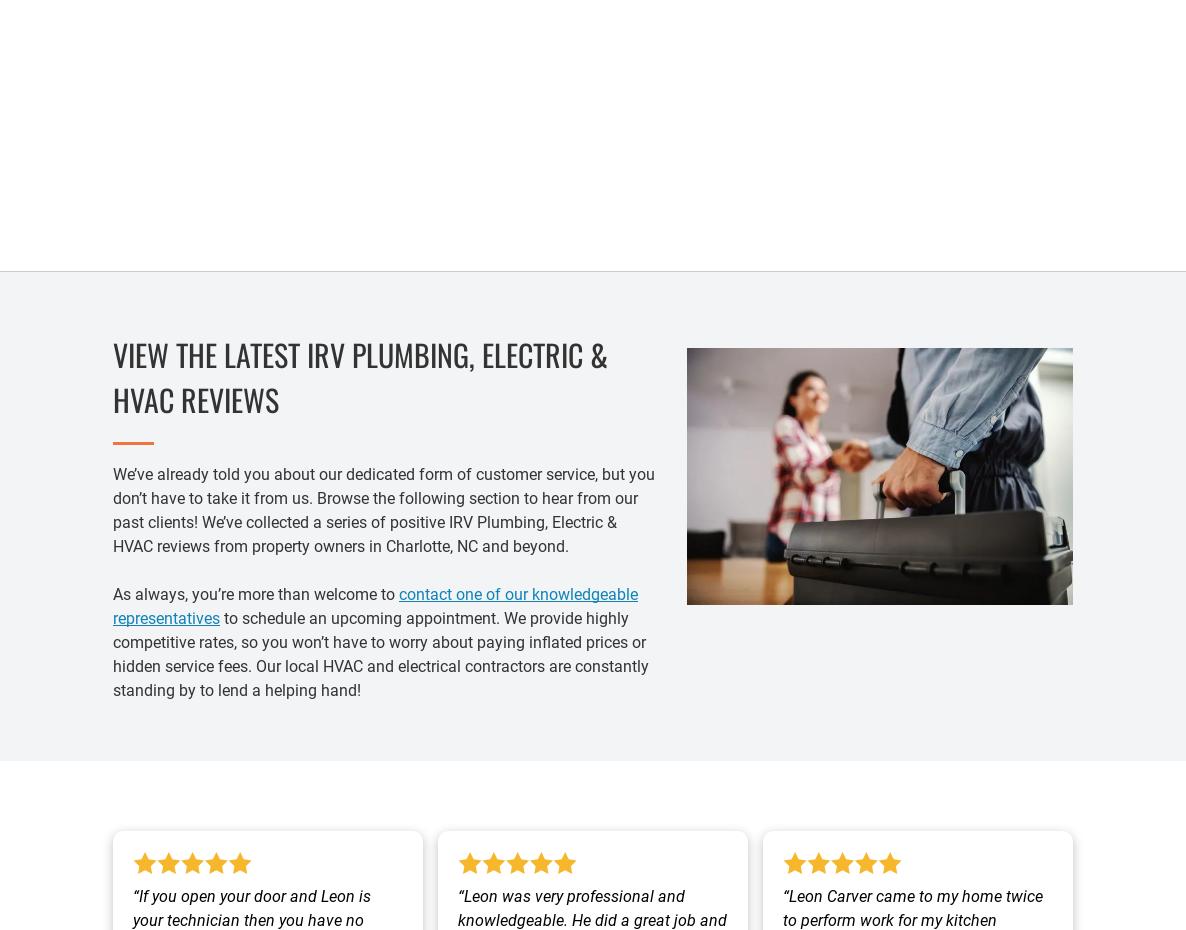  What do you see at coordinates (365, 171) in the screenshot?
I see `'service panel upgrades'` at bounding box center [365, 171].